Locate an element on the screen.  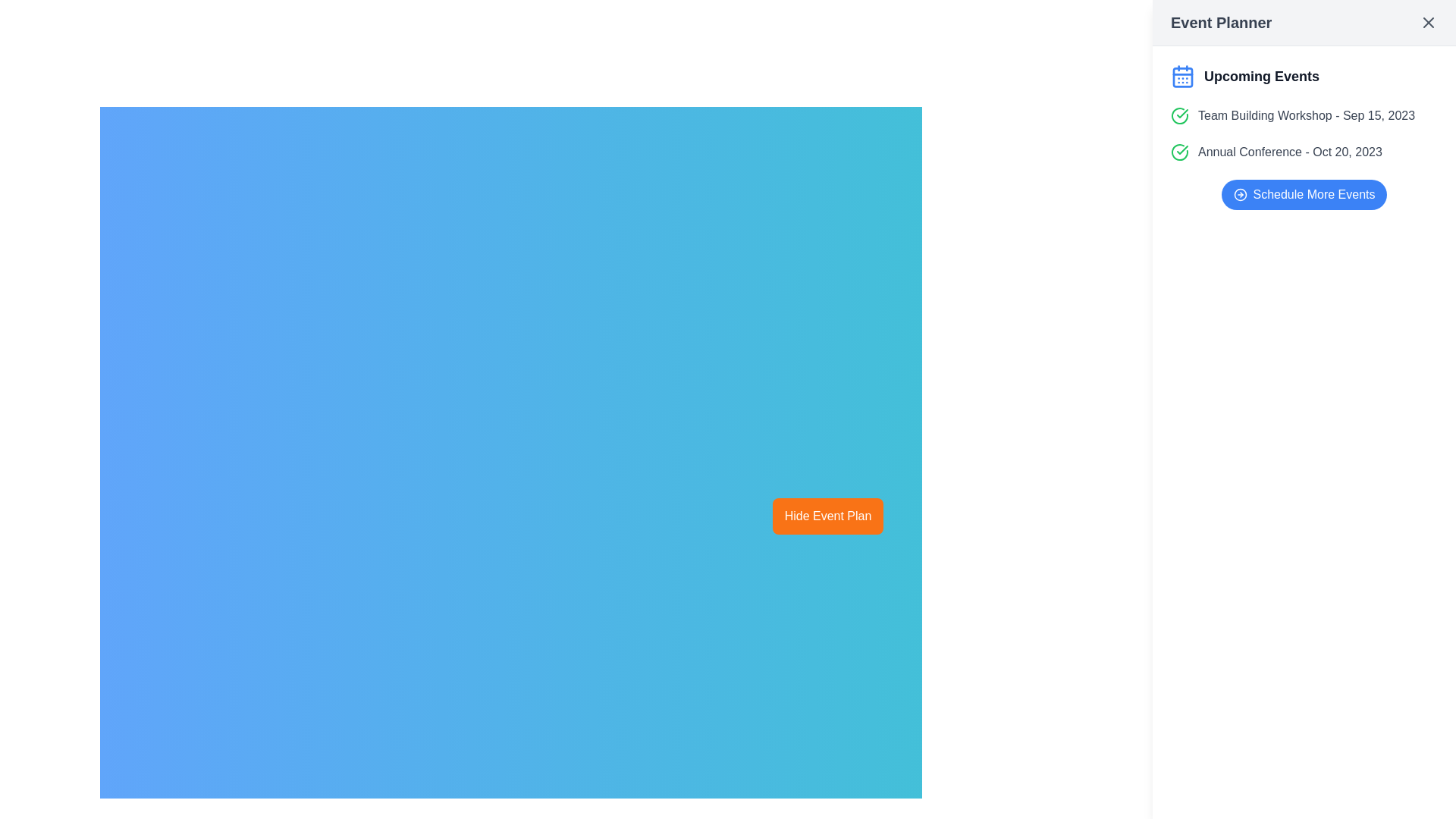
text label displaying 'Annual Conference - Oct 20, 2023' located in the 'Upcoming Events' section of the sidebar, positioned below the 'Team Building Workshop - Sep 15, 2023' is located at coordinates (1289, 152).